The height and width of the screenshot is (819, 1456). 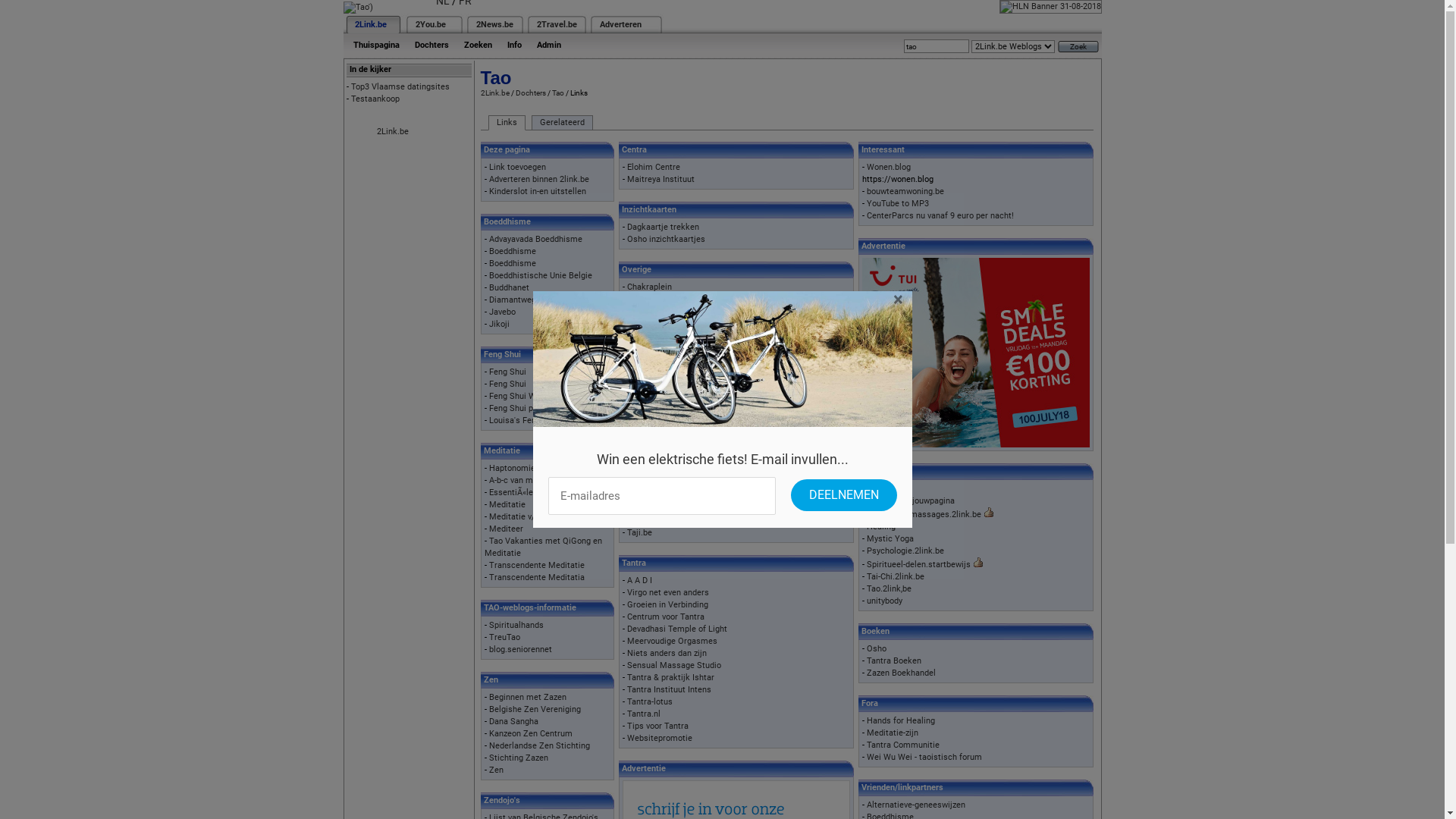 What do you see at coordinates (636, 519) in the screenshot?
I see `'Tai Ji'` at bounding box center [636, 519].